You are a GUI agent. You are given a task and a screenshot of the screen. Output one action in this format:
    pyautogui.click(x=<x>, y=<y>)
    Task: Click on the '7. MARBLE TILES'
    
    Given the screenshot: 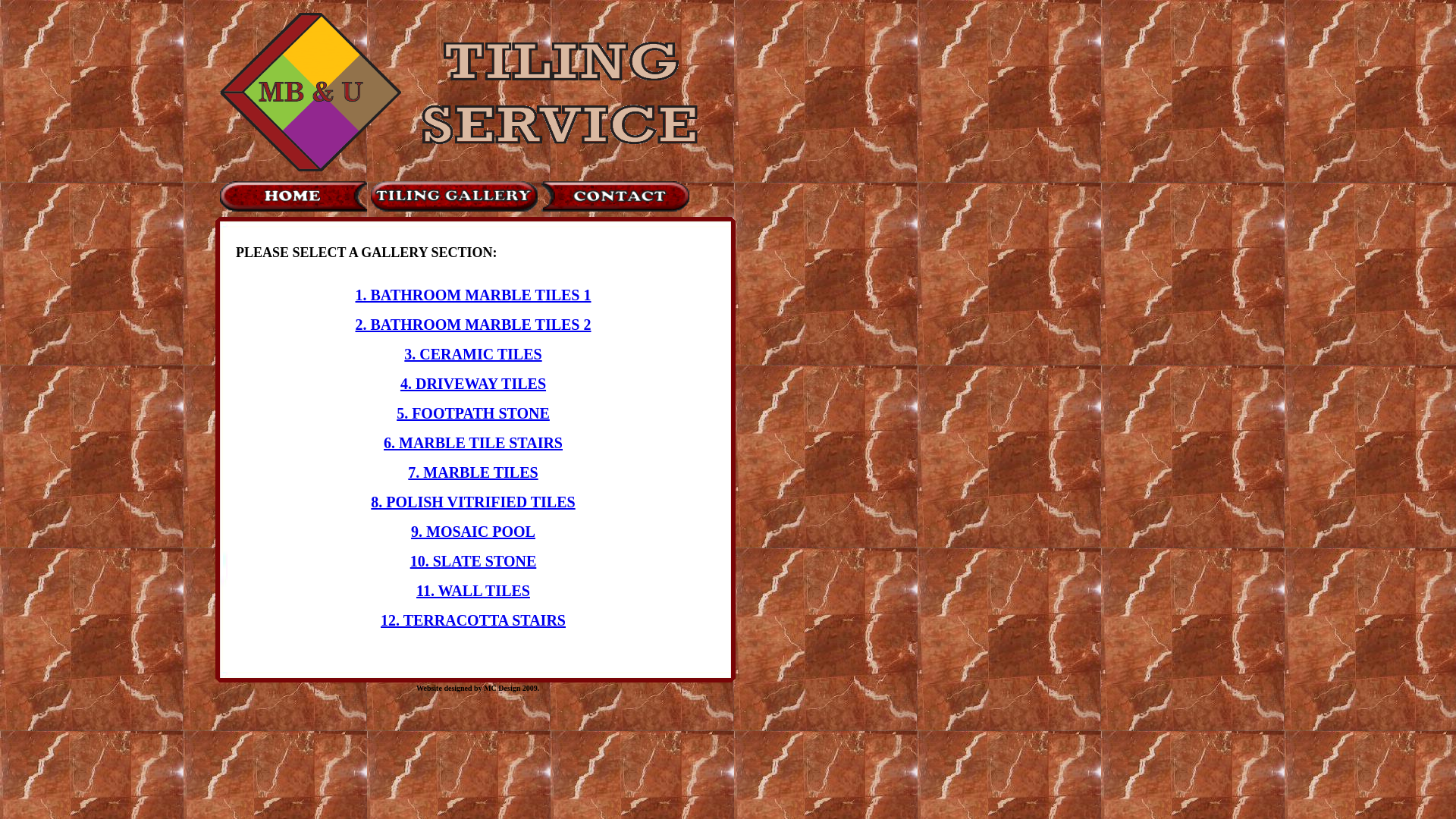 What is the action you would take?
    pyautogui.click(x=472, y=472)
    